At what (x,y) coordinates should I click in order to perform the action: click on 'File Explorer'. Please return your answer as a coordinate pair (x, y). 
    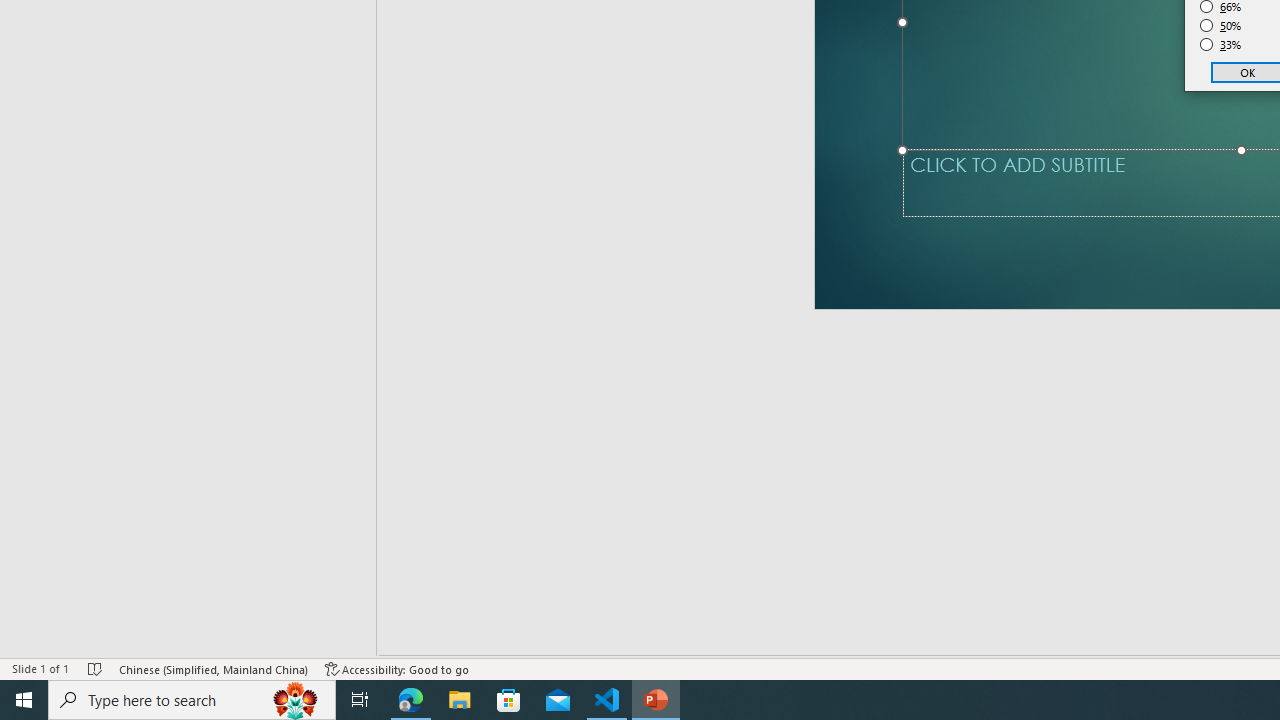
    Looking at the image, I should click on (459, 698).